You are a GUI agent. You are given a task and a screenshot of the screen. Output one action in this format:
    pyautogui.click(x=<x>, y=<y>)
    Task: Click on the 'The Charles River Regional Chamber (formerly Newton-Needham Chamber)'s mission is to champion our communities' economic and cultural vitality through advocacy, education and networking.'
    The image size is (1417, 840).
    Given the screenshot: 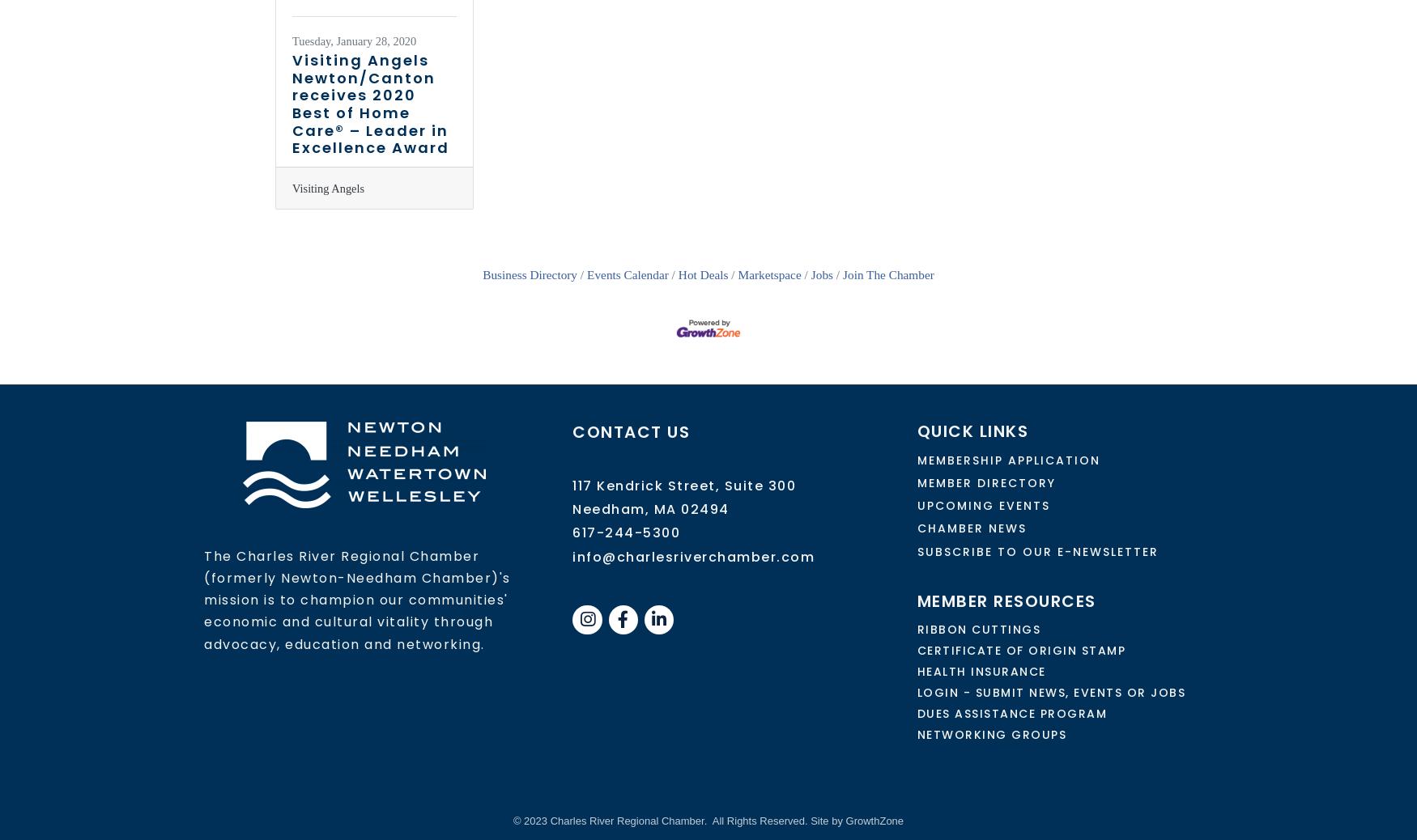 What is the action you would take?
    pyautogui.click(x=202, y=599)
    